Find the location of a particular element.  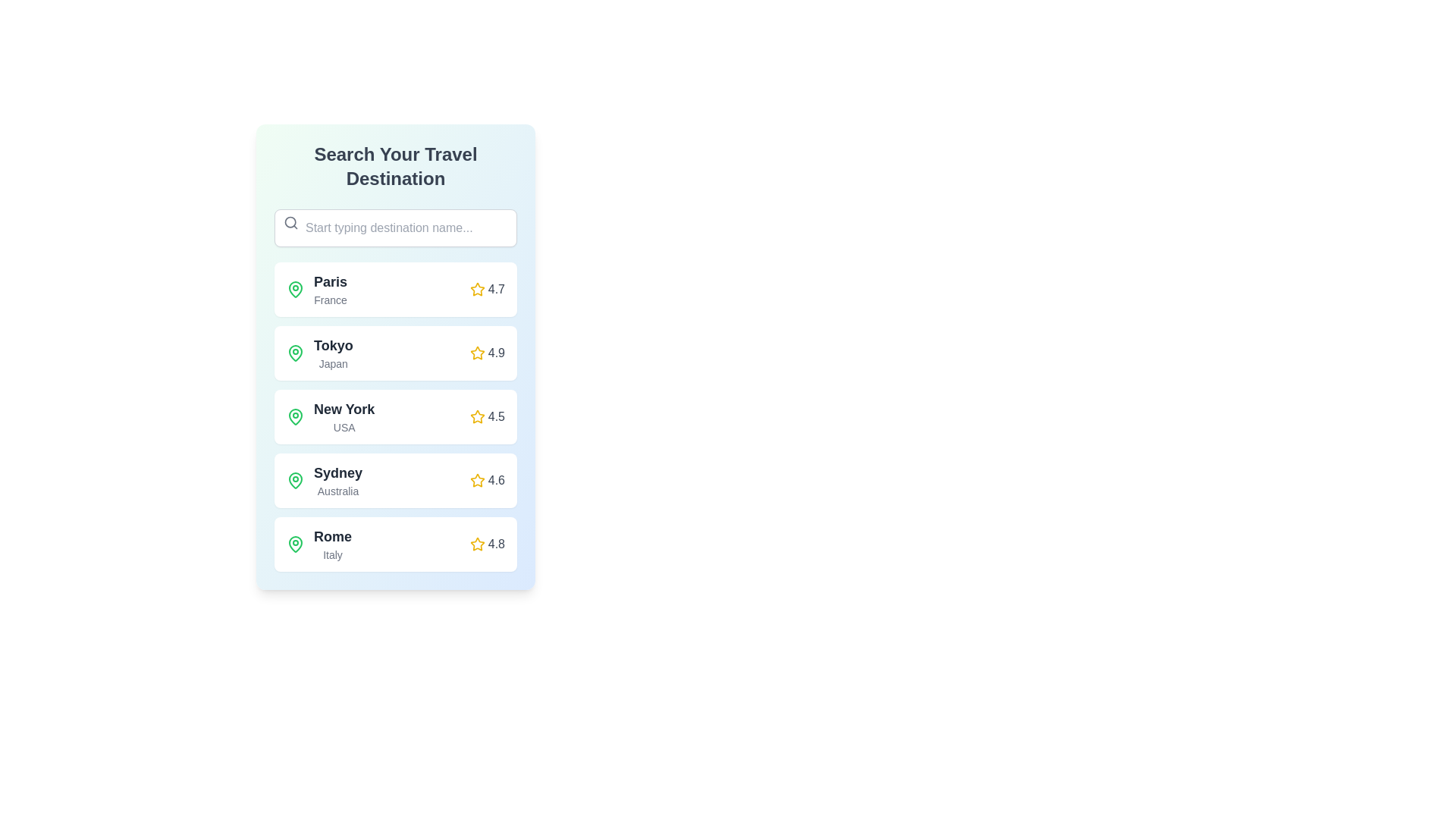

the map pin icon located in the fifth row of the travel destinations list, which is aligned with the text 'Rome' is located at coordinates (295, 543).